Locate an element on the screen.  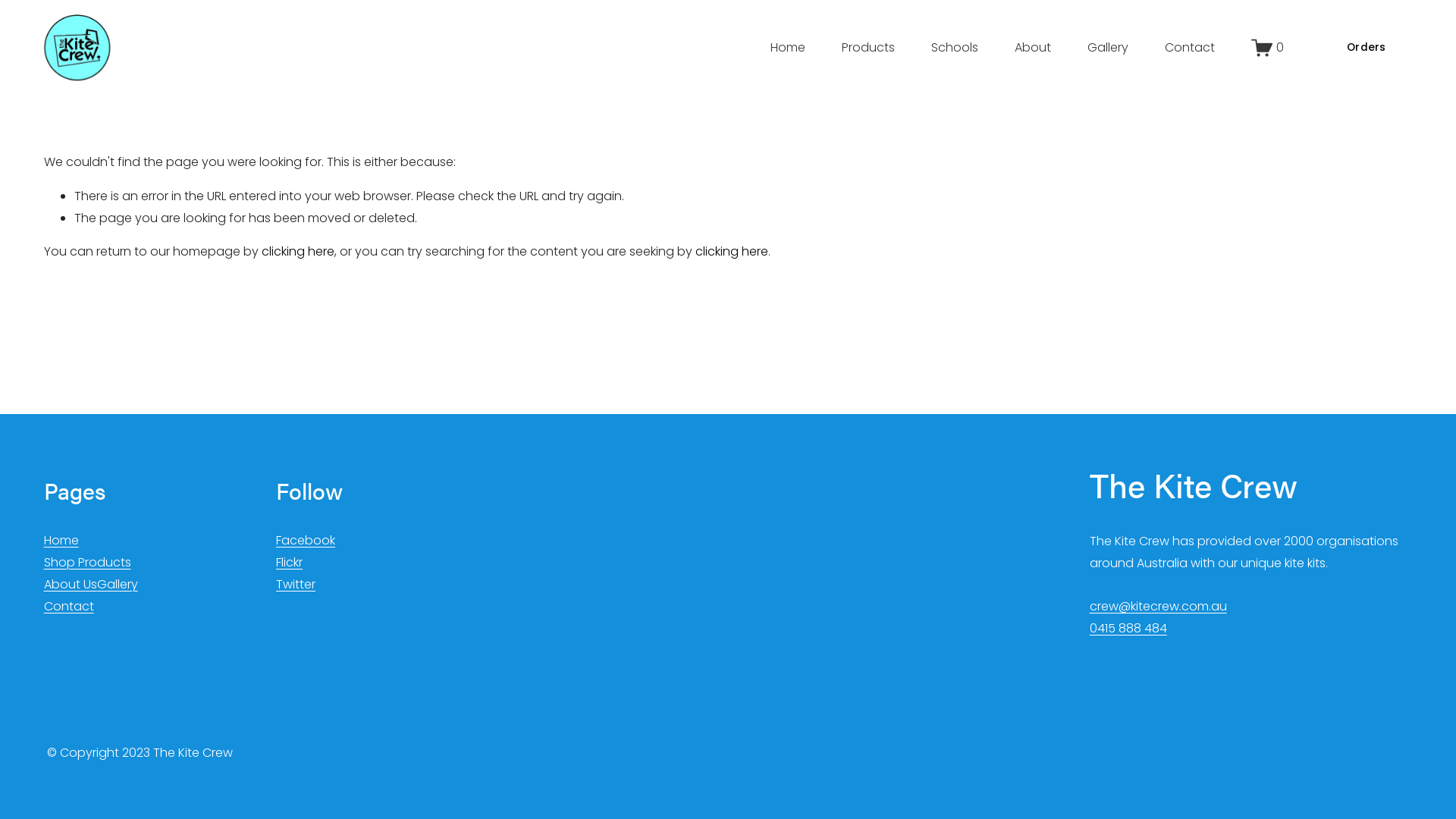
'0415 888 484' is located at coordinates (1128, 629).